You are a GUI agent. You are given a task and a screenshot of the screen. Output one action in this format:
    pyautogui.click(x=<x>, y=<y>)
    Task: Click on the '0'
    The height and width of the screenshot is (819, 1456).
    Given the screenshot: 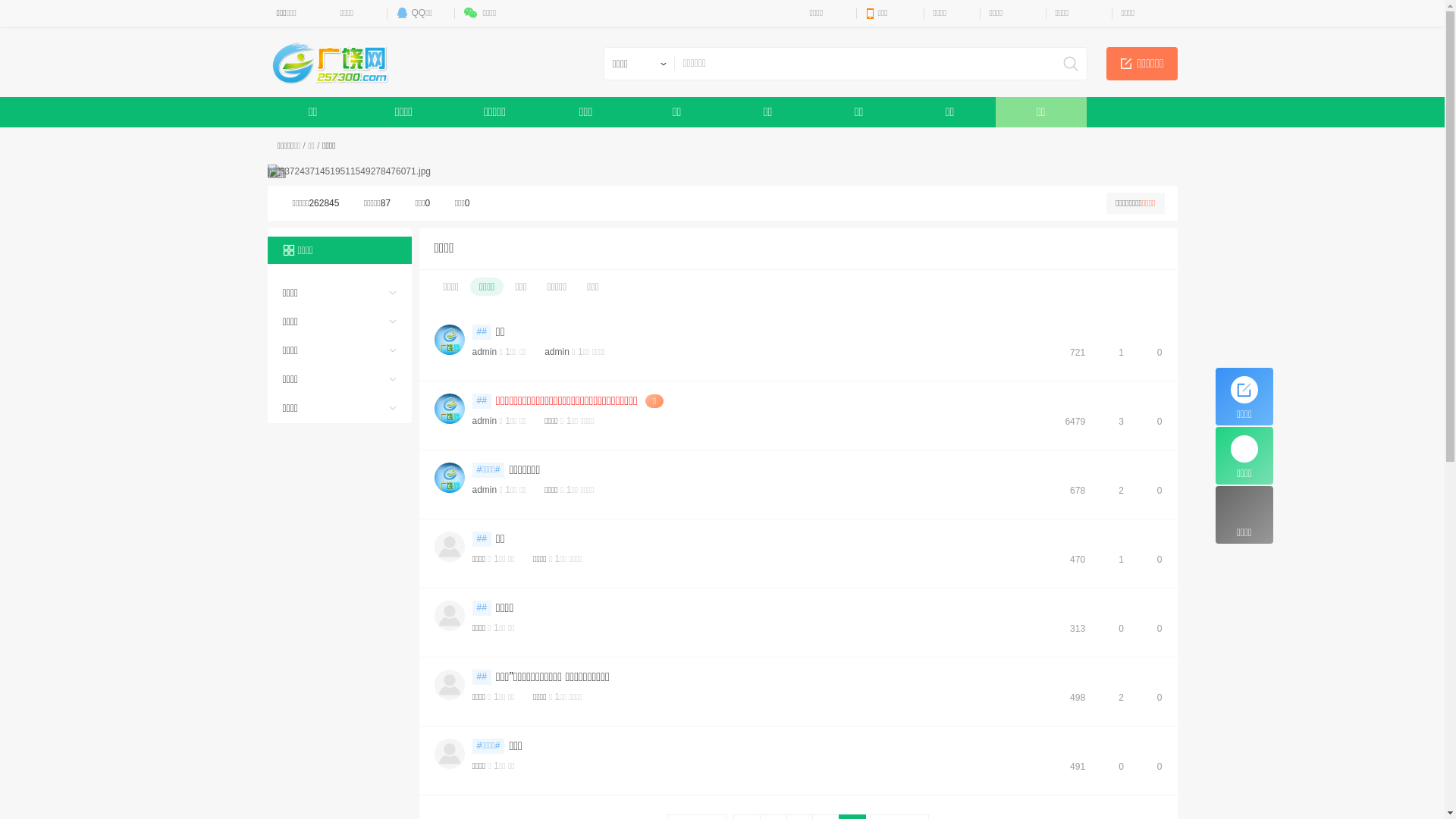 What is the action you would take?
    pyautogui.click(x=1153, y=629)
    